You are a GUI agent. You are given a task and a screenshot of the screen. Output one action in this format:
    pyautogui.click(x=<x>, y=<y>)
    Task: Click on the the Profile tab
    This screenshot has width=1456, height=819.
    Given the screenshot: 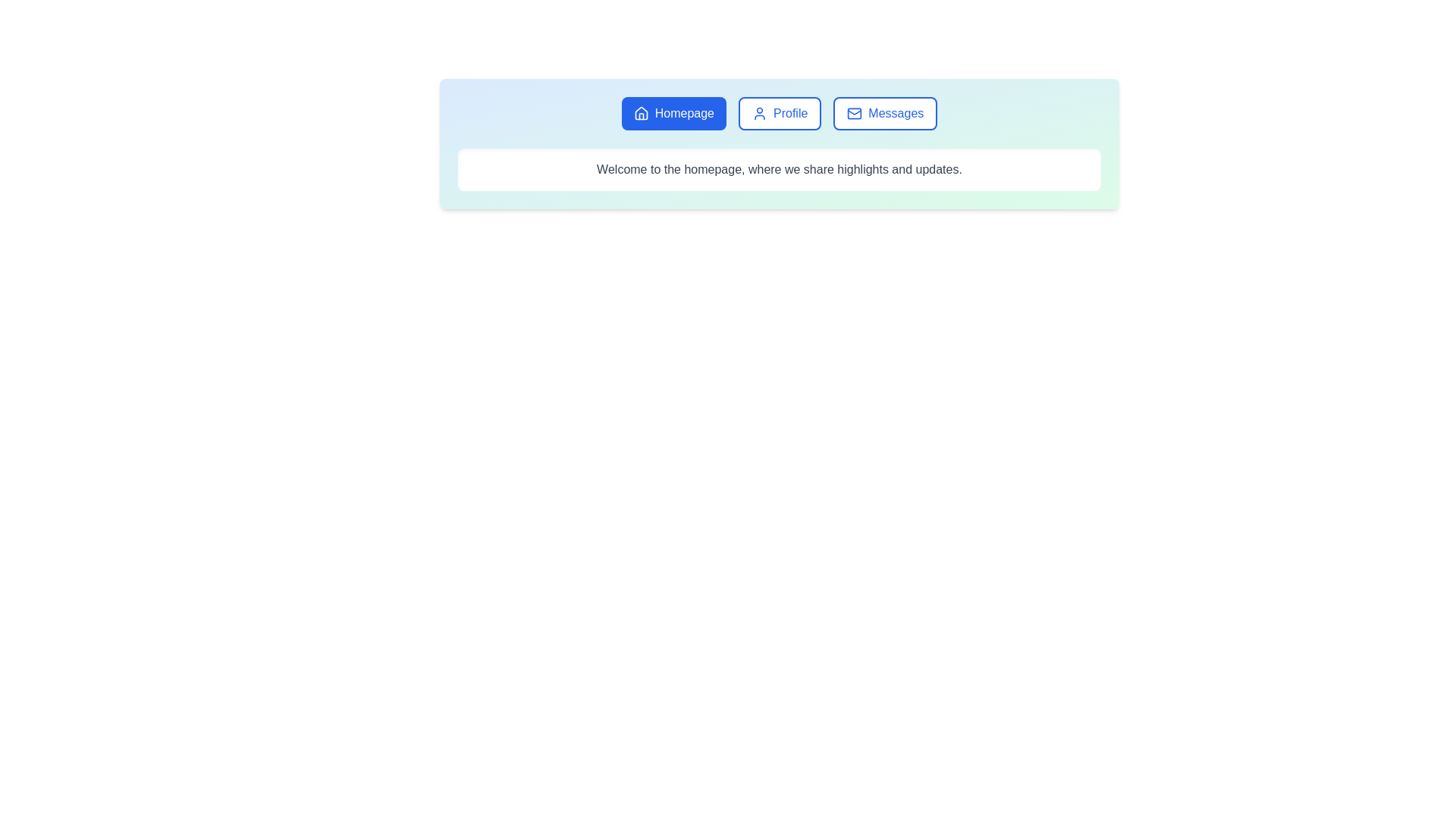 What is the action you would take?
    pyautogui.click(x=779, y=113)
    